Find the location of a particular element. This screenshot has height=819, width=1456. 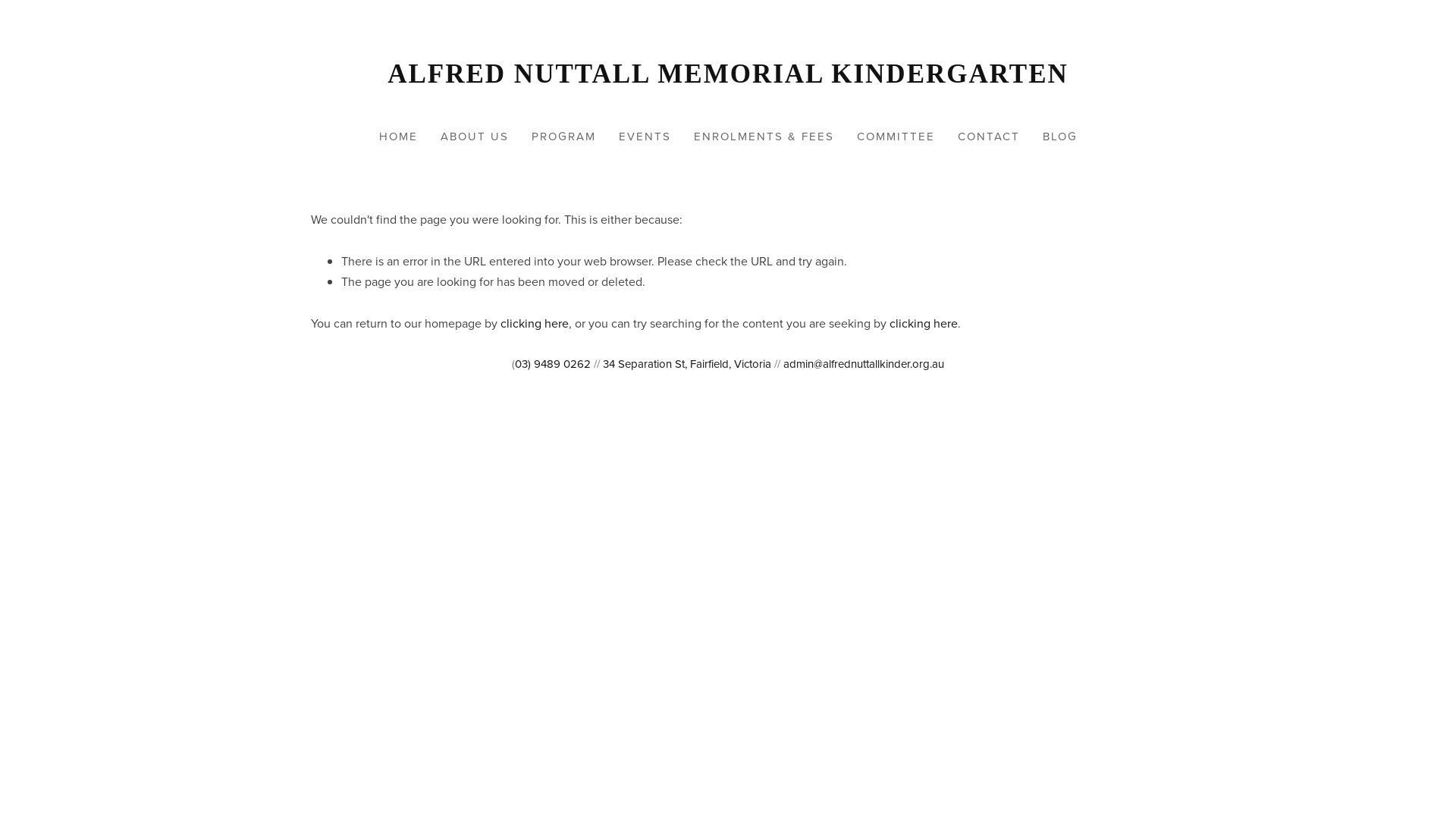

'ENROLMENTS & FEES' is located at coordinates (763, 136).